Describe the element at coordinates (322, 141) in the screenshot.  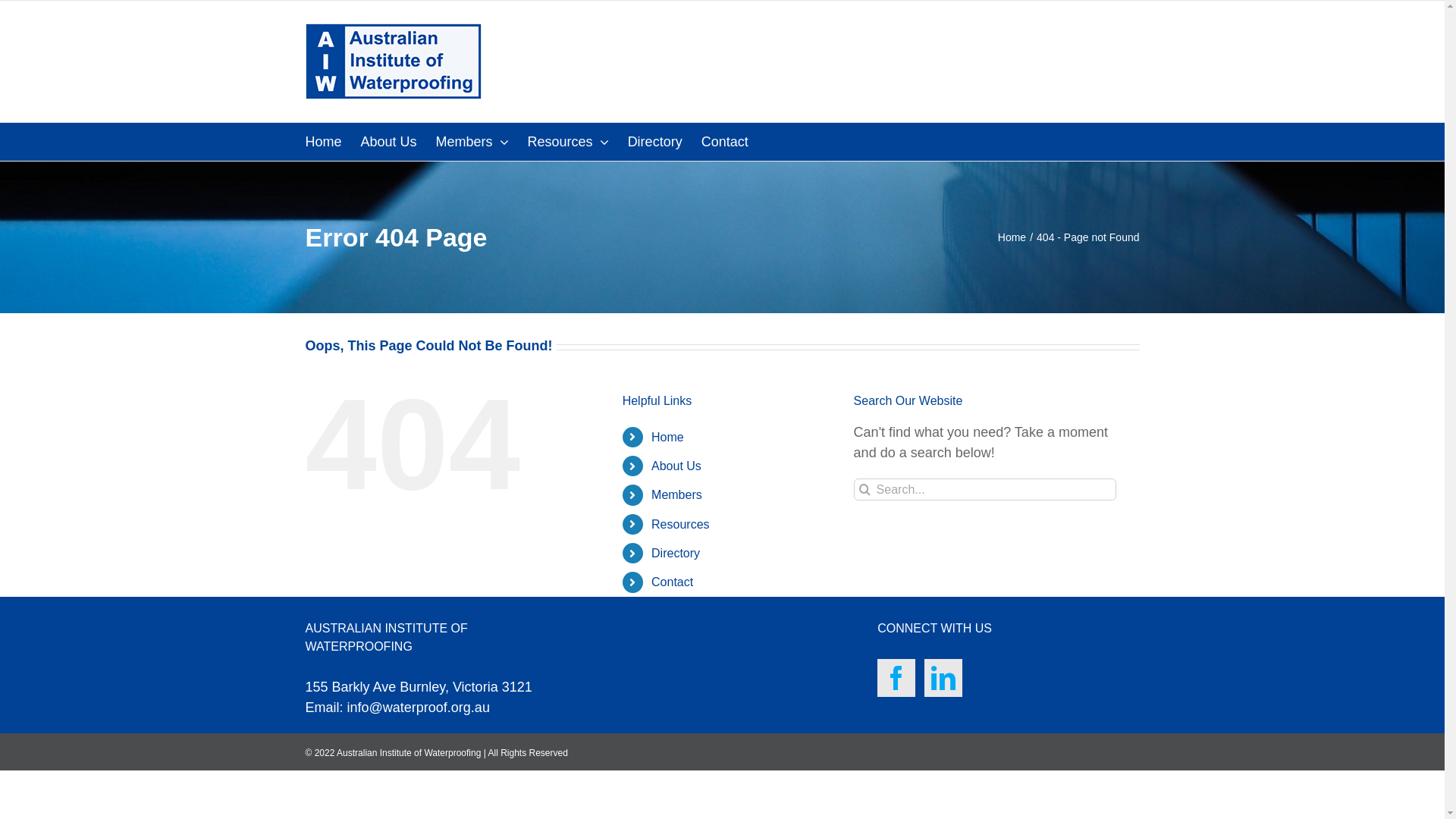
I see `'Home'` at that location.